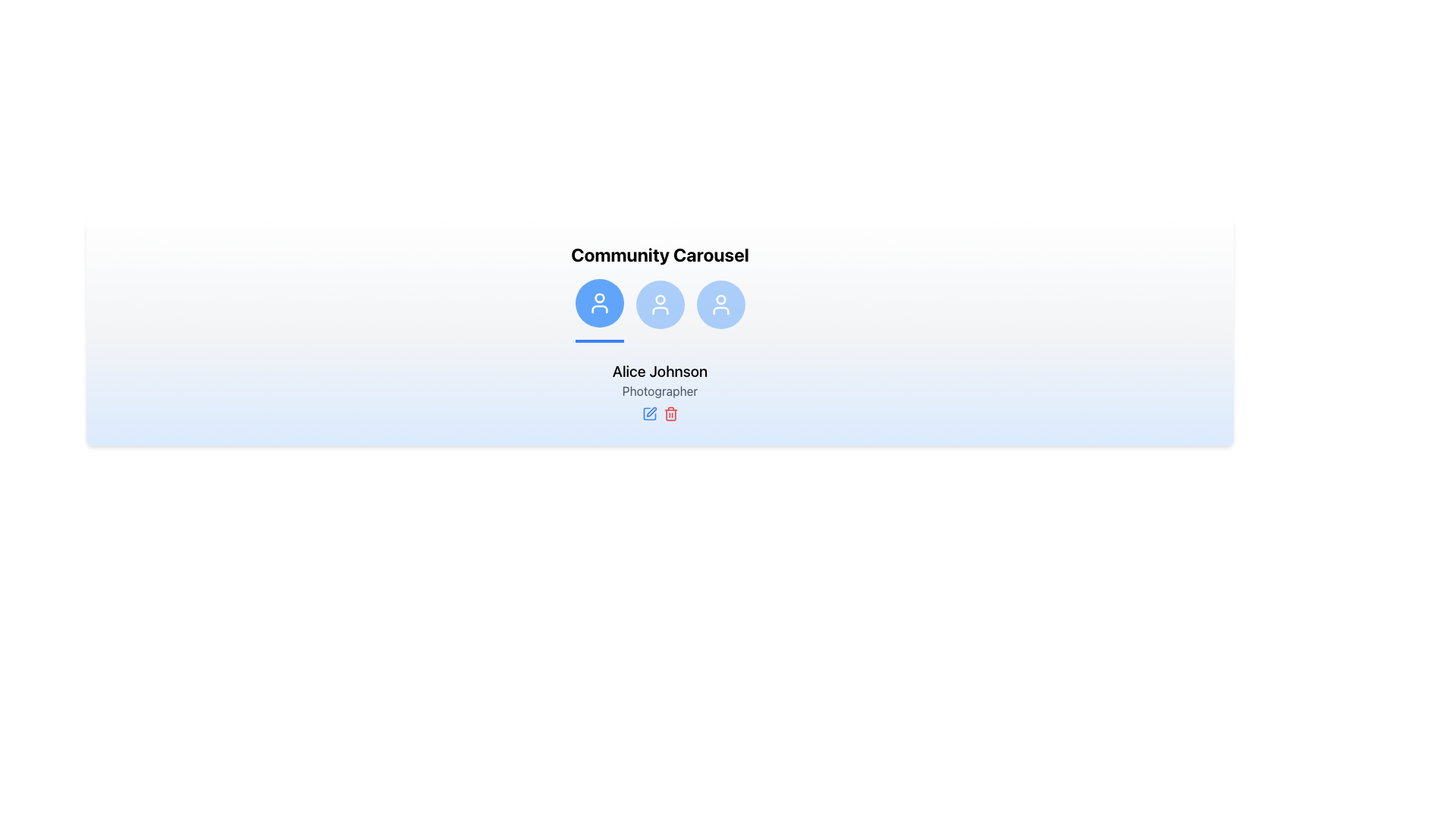 This screenshot has width=1456, height=819. What do you see at coordinates (649, 414) in the screenshot?
I see `the edit button located in the middle of the bottom section of the card, directly to the left of the trash bin icon, to initiate content modification` at bounding box center [649, 414].